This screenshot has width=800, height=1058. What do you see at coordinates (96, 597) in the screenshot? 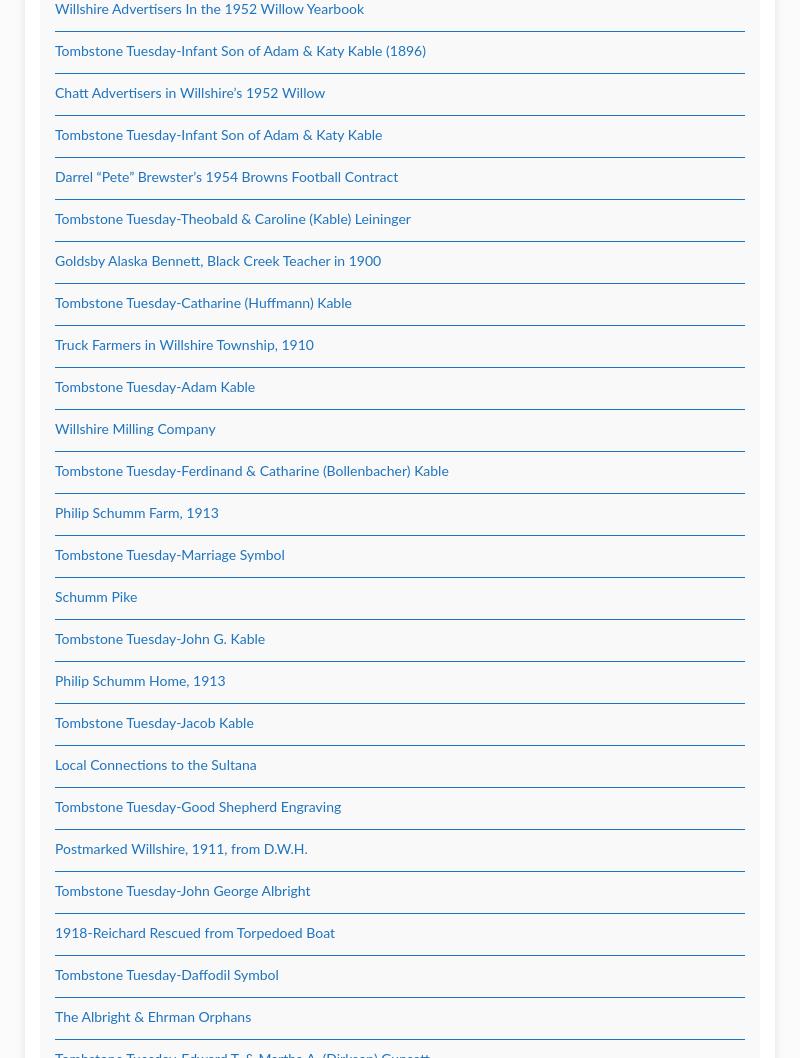
I see `'Schumm Pike'` at bounding box center [96, 597].